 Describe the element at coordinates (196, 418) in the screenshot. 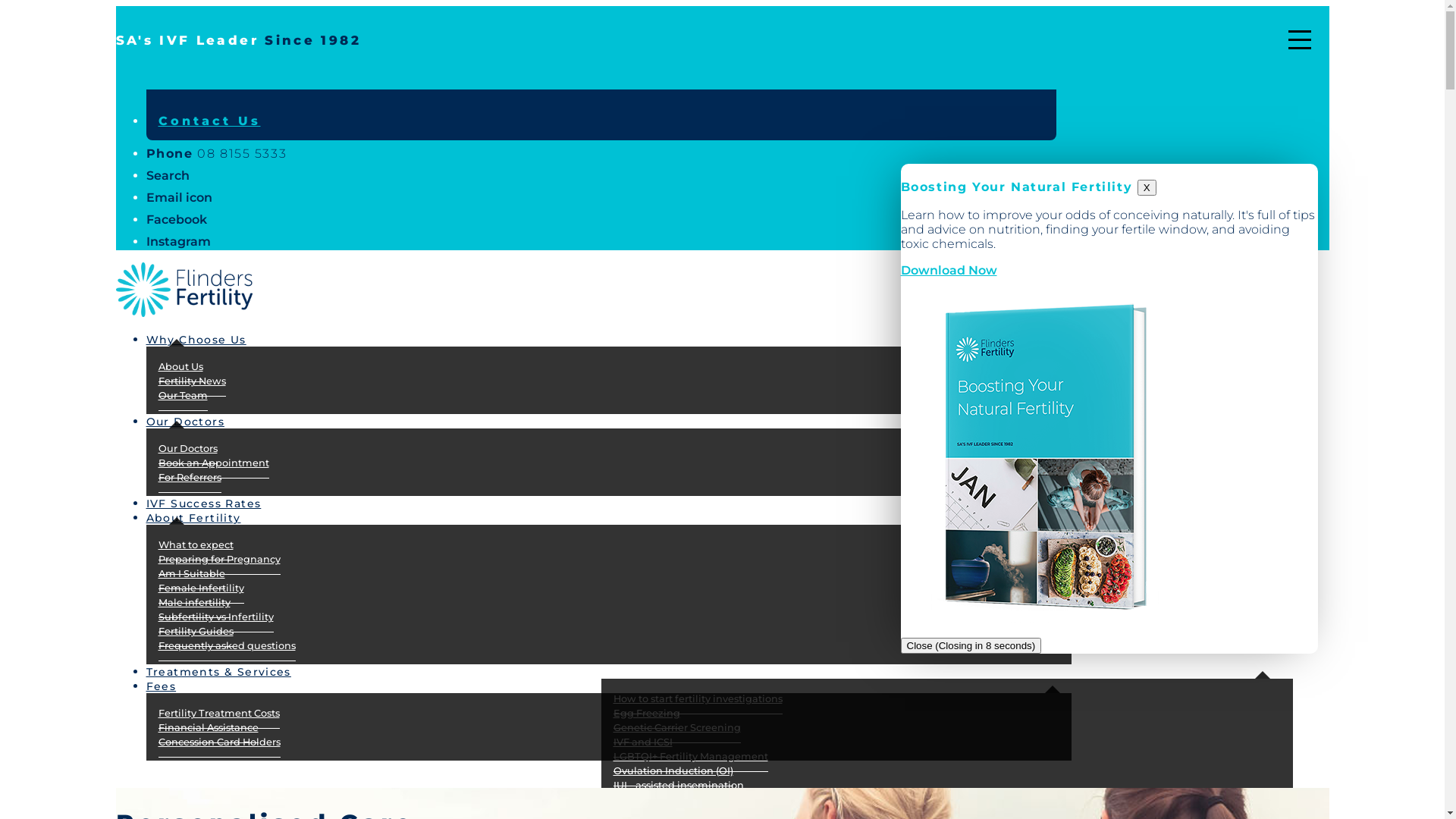

I see `'Our Doctors'` at that location.